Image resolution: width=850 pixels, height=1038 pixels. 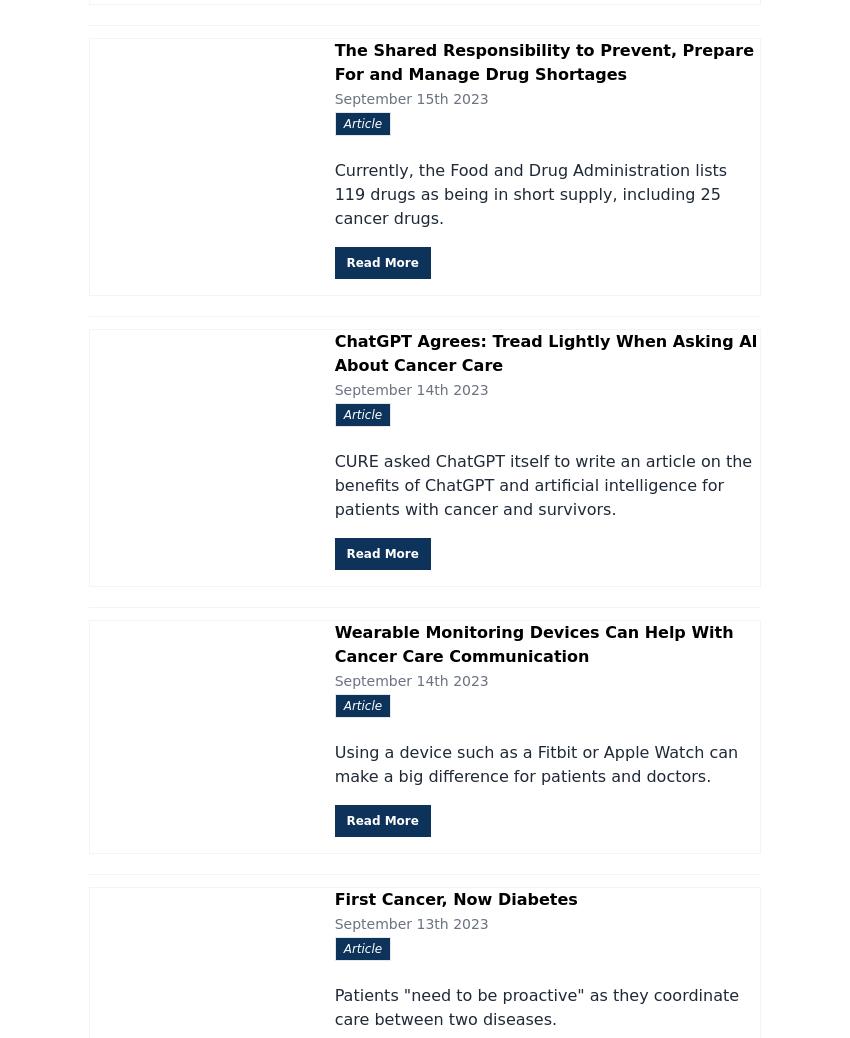 What do you see at coordinates (410, 96) in the screenshot?
I see `'September 15th 2023'` at bounding box center [410, 96].